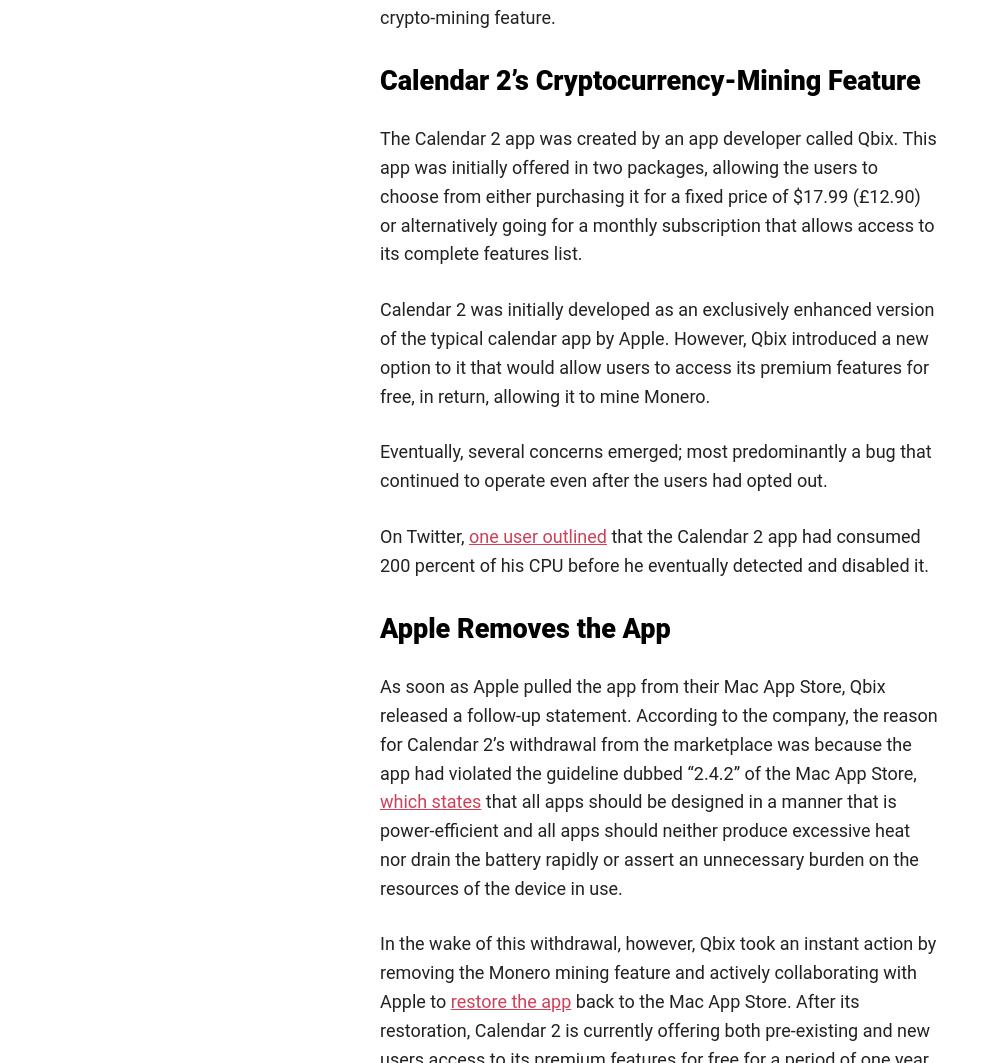 Image resolution: width=1000 pixels, height=1063 pixels. Describe the element at coordinates (424, 534) in the screenshot. I see `'On Twitter,'` at that location.